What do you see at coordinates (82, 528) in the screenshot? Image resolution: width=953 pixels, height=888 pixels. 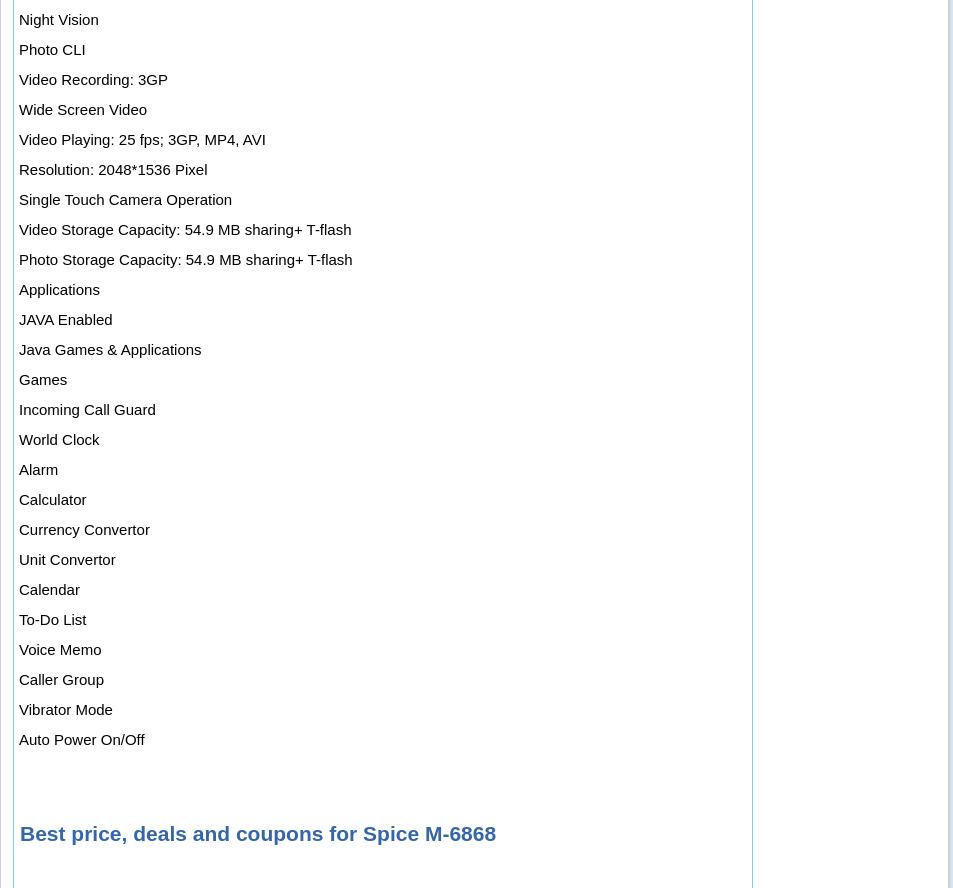 I see `'Currency Convertor'` at bounding box center [82, 528].